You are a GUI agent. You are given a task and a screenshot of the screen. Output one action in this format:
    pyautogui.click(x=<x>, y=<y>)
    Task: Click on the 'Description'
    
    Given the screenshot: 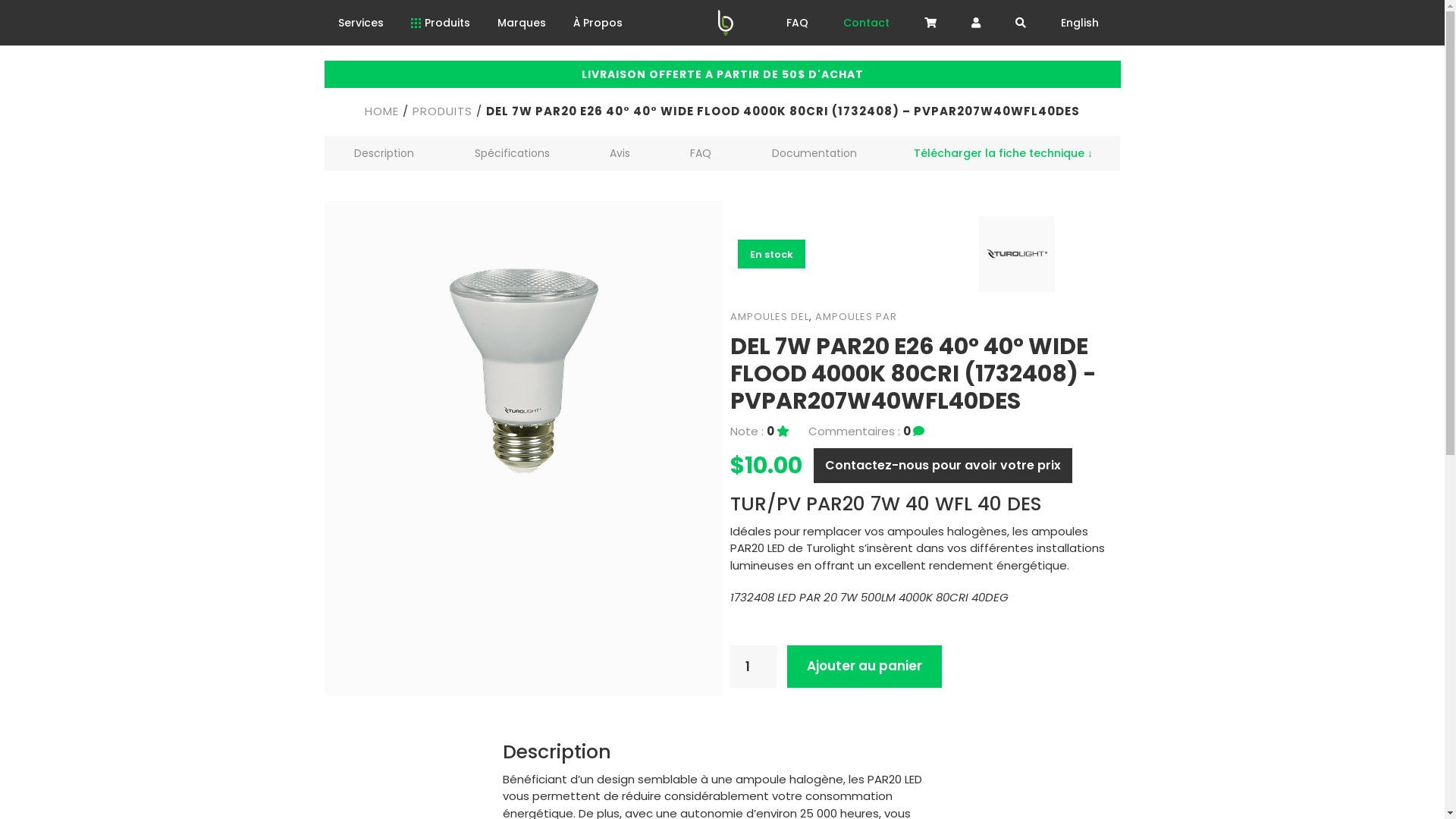 What is the action you would take?
    pyautogui.click(x=383, y=152)
    